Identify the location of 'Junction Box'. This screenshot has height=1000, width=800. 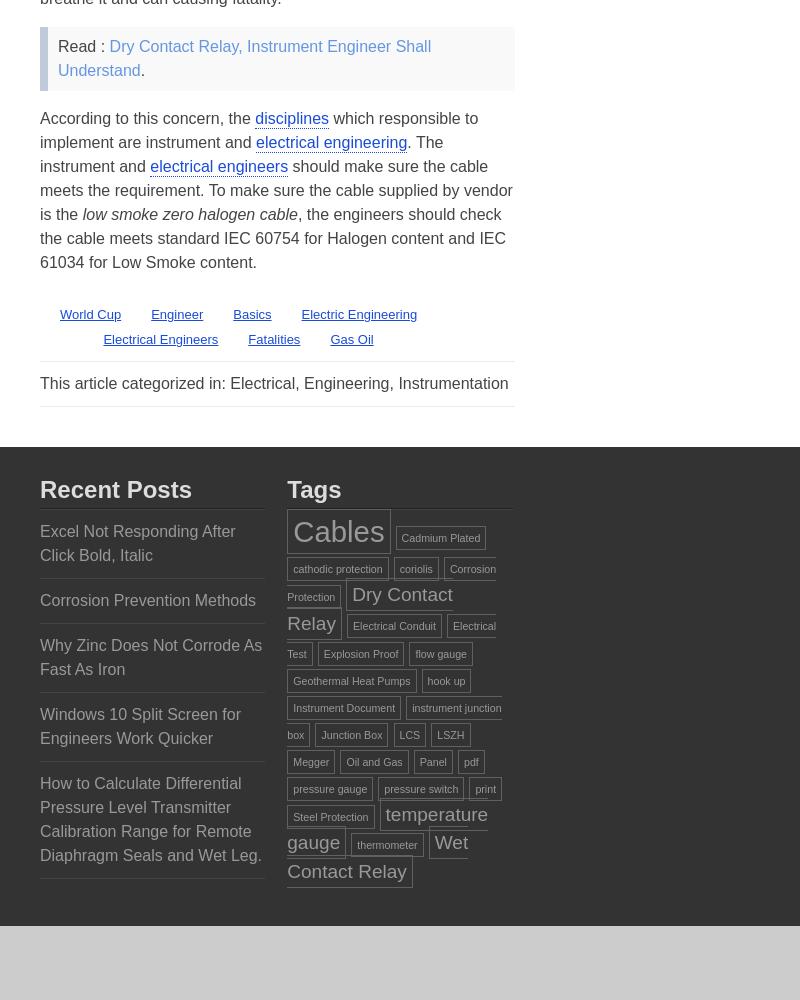
(351, 733).